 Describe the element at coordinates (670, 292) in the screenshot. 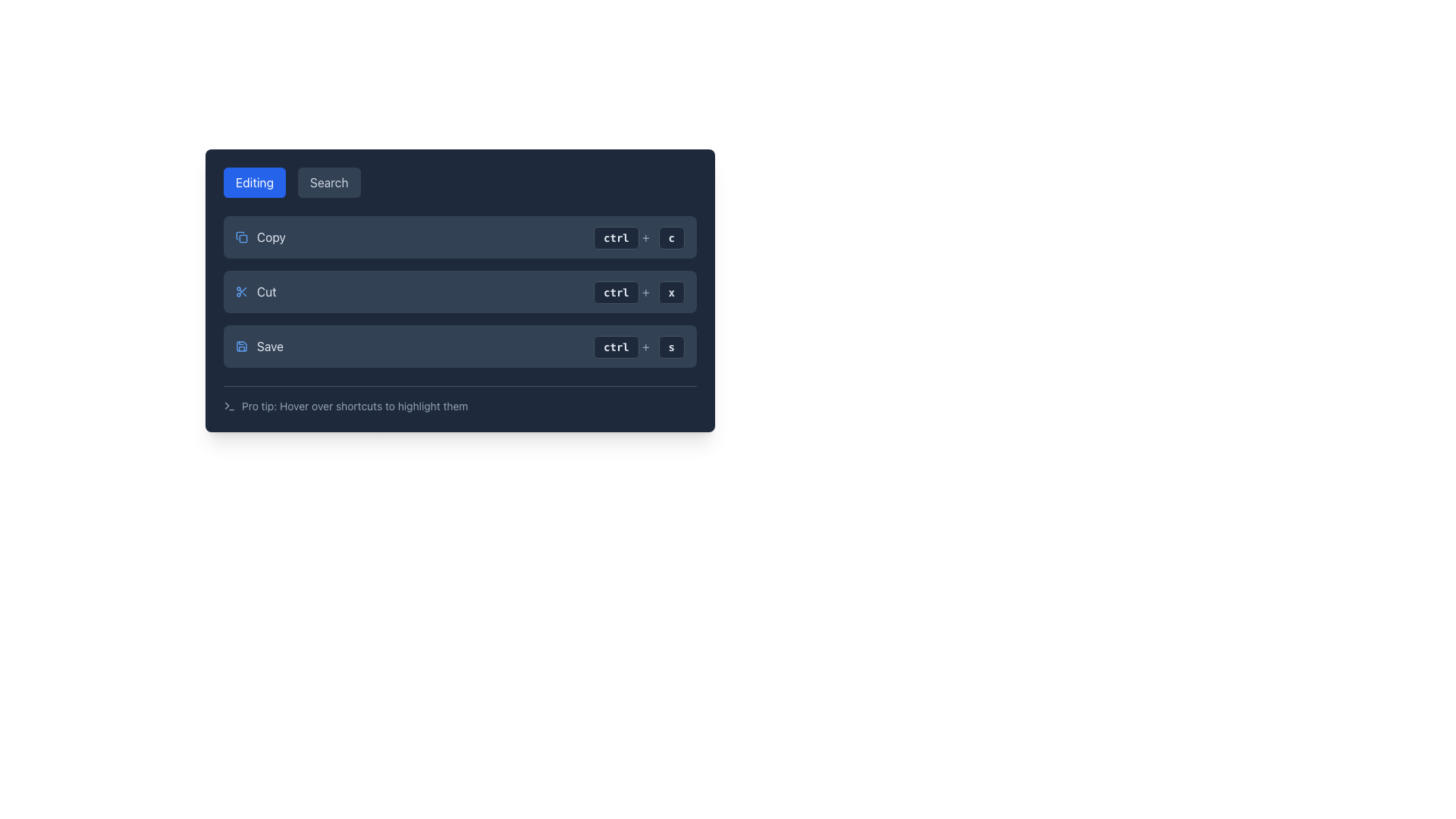

I see `the 'Cut' button with dark theme styling and text 'x' located in the second row of the shortcut list, adjacent to the '+' sign and following the 'ctrl' button` at that location.